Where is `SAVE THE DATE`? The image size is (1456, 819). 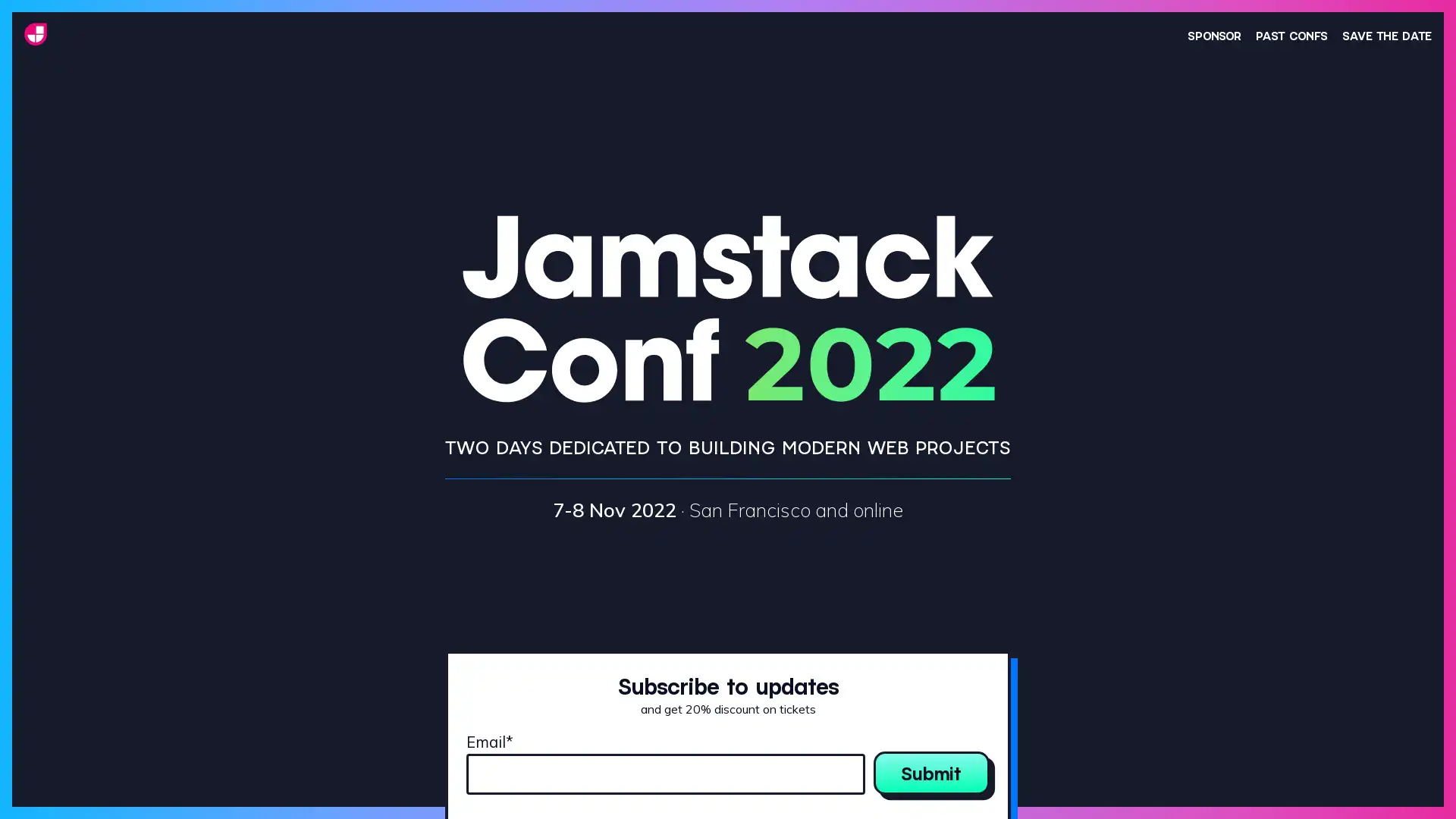 SAVE THE DATE is located at coordinates (1386, 34).